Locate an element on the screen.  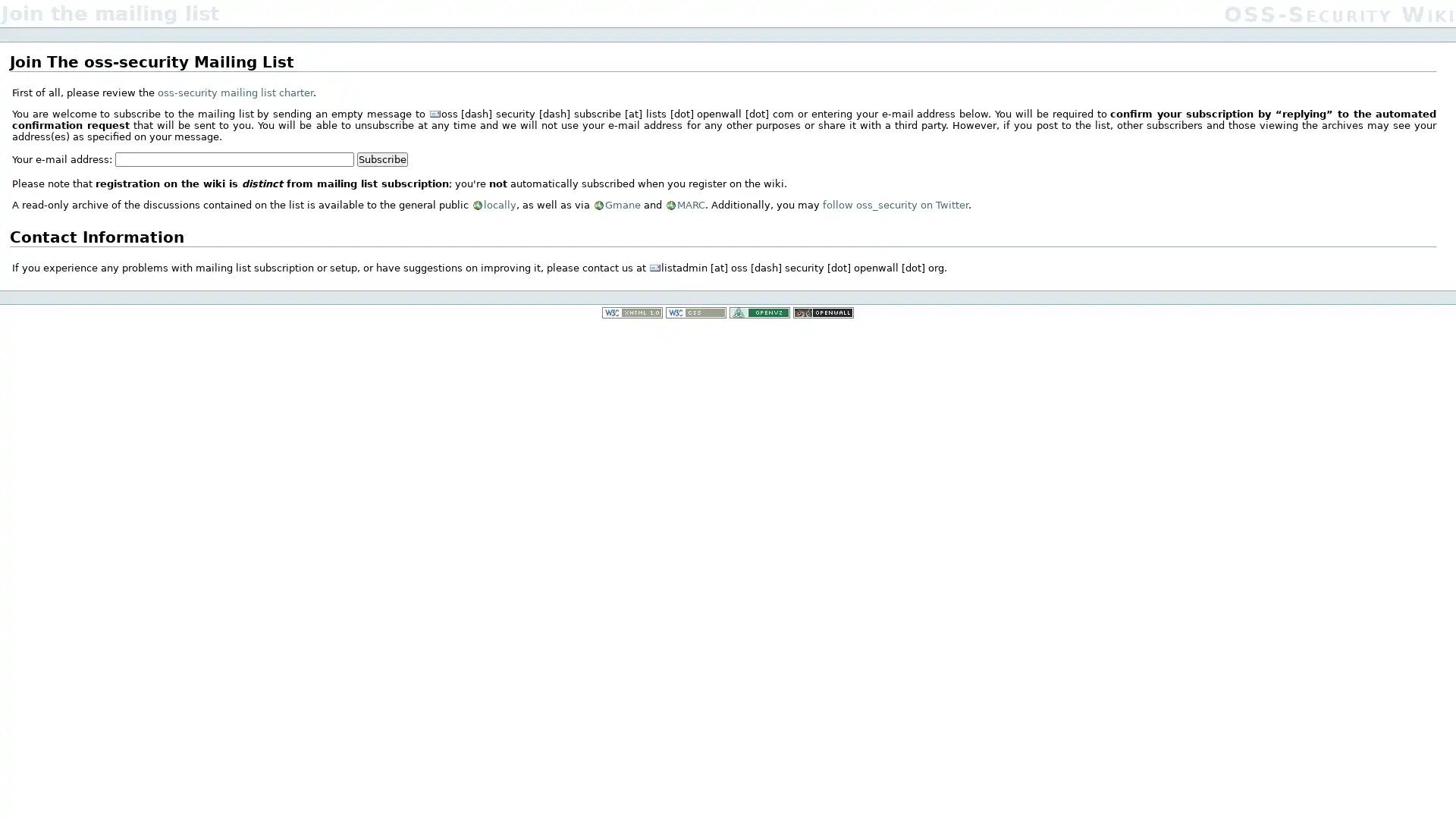
Subscribe is located at coordinates (381, 158).